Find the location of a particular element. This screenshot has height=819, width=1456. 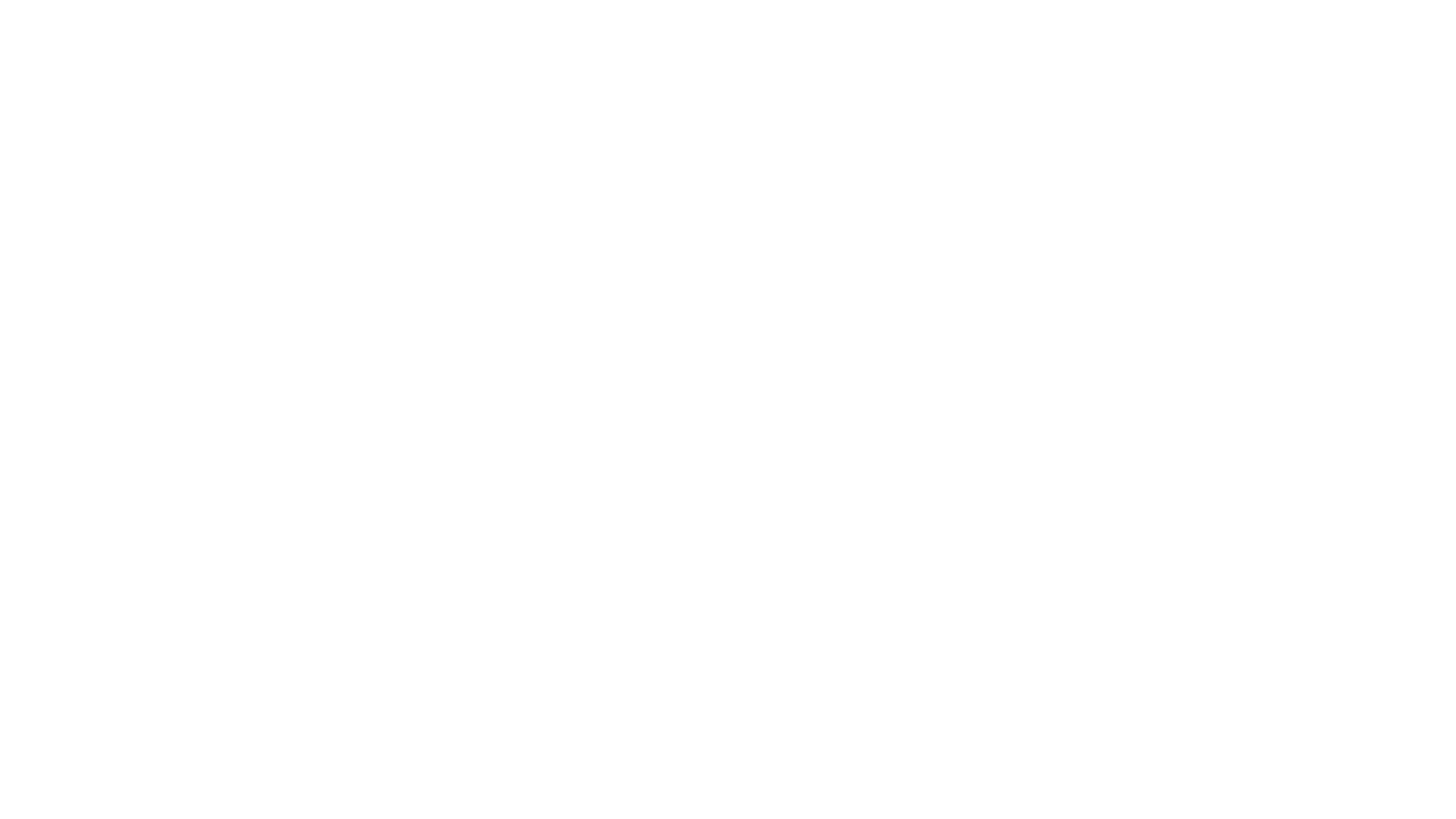

Close is located at coordinates (1436, 20).